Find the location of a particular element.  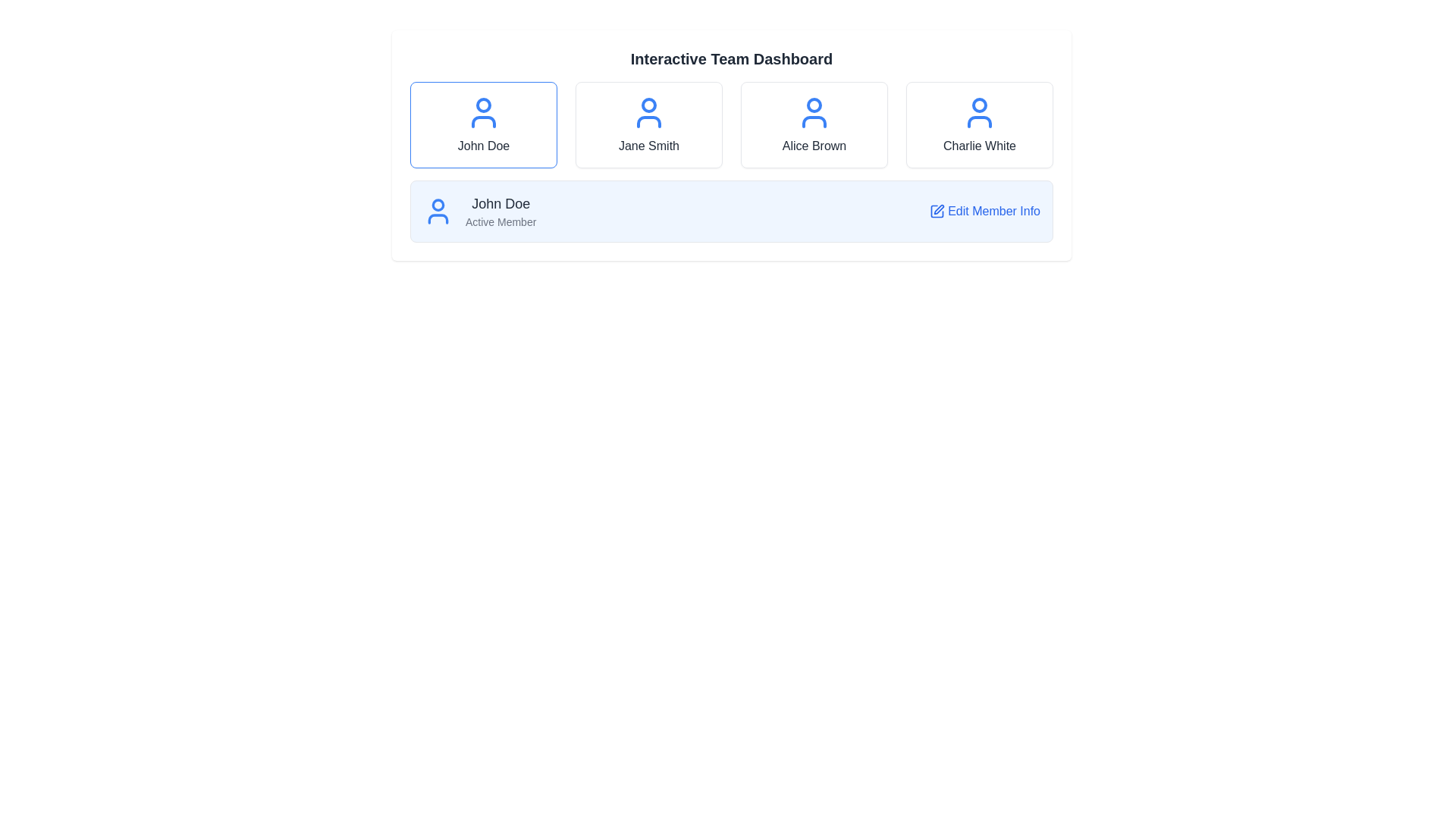

the text label reading 'Active Member' is located at coordinates (500, 222).